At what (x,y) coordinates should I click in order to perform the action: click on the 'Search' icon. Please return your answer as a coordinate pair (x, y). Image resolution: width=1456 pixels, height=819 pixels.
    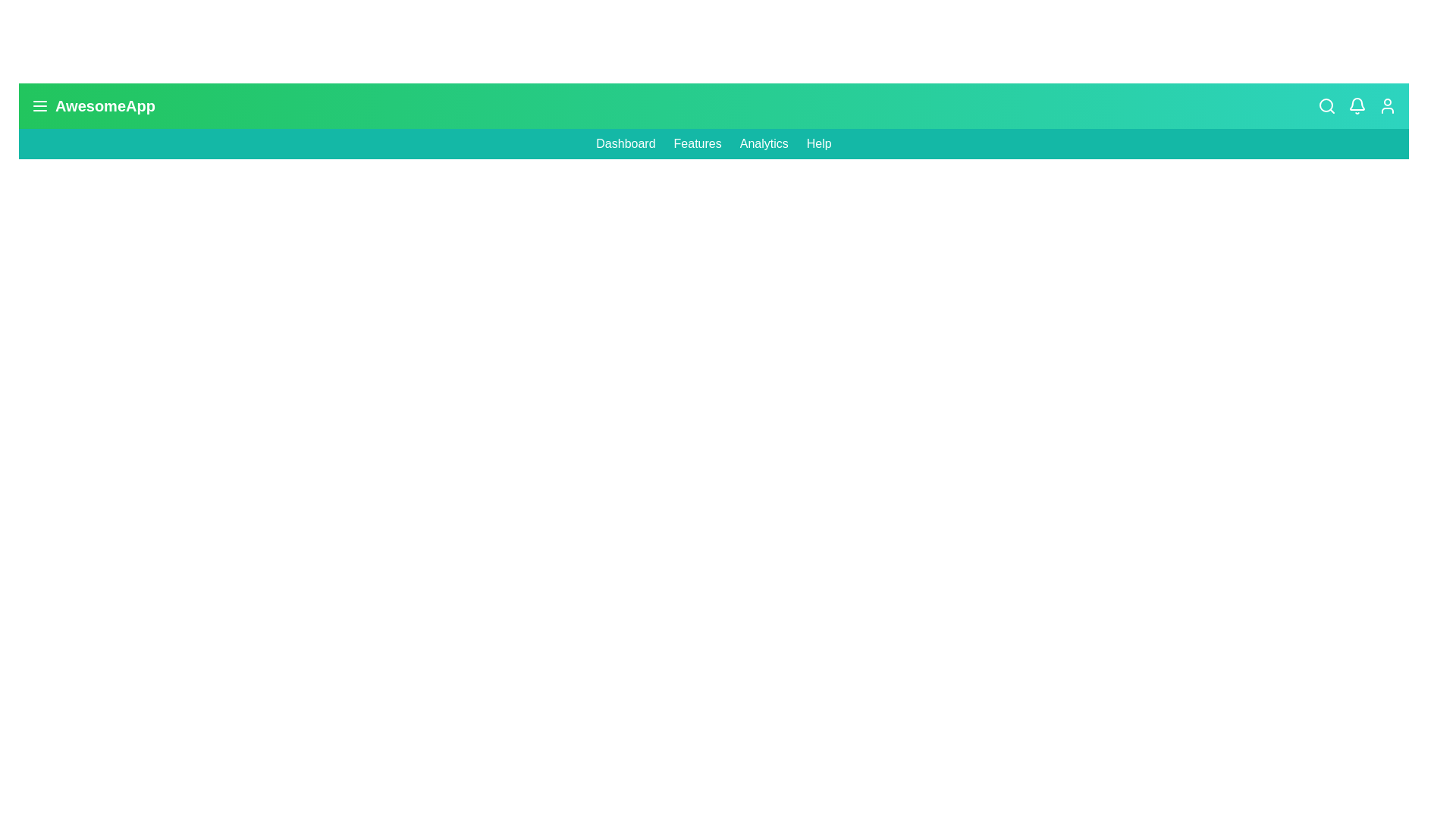
    Looking at the image, I should click on (1326, 105).